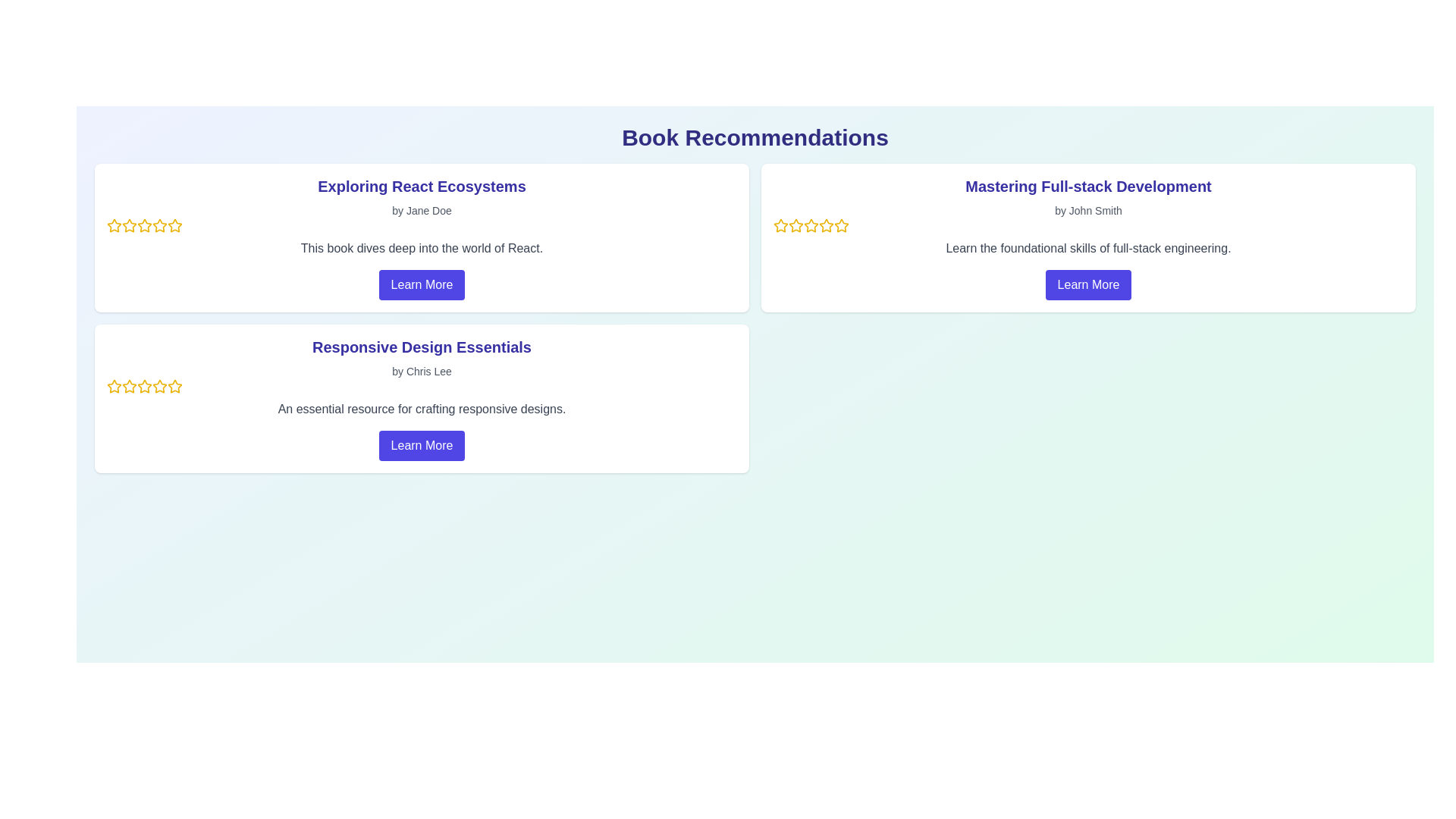 This screenshot has width=1456, height=819. What do you see at coordinates (795, 225) in the screenshot?
I see `the second five-pointed star icon with a yellow outline in the ratings section under 'Mastering Full-stack Development'` at bounding box center [795, 225].